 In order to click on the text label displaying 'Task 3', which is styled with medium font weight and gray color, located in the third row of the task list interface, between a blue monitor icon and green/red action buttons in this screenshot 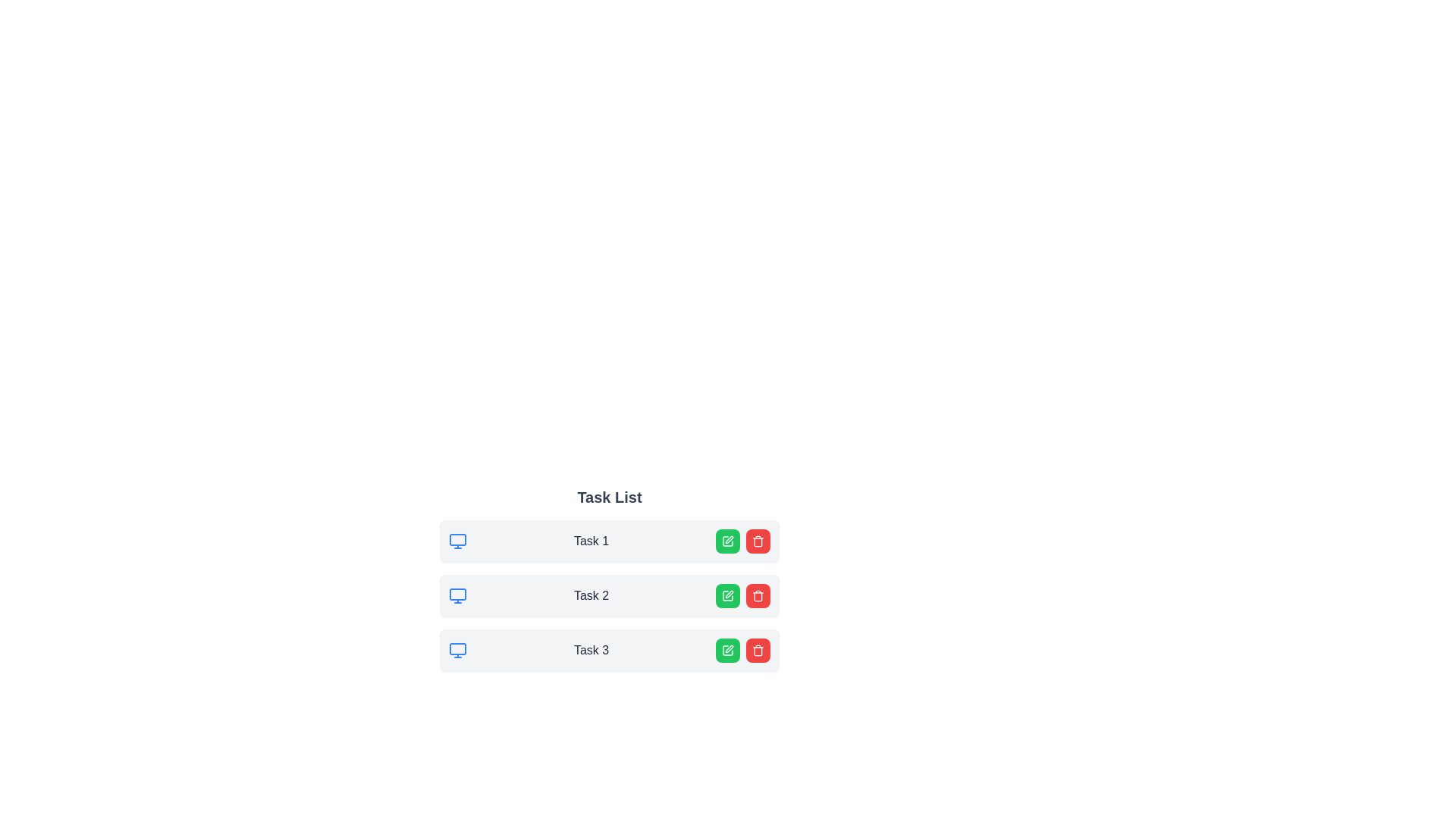, I will do `click(590, 649)`.